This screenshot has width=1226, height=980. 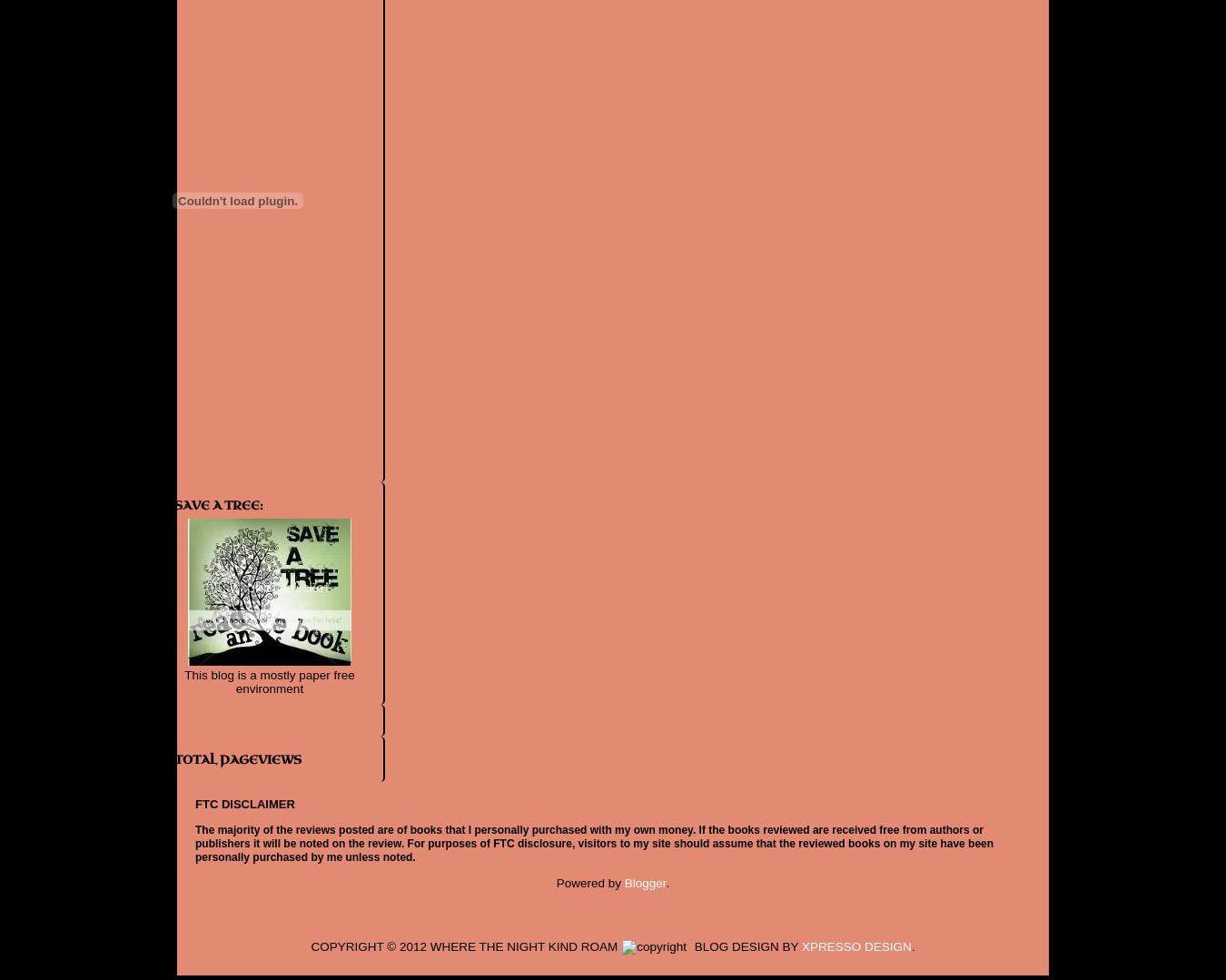 What do you see at coordinates (855, 945) in the screenshot?
I see `'XPRESSO DESIGN'` at bounding box center [855, 945].